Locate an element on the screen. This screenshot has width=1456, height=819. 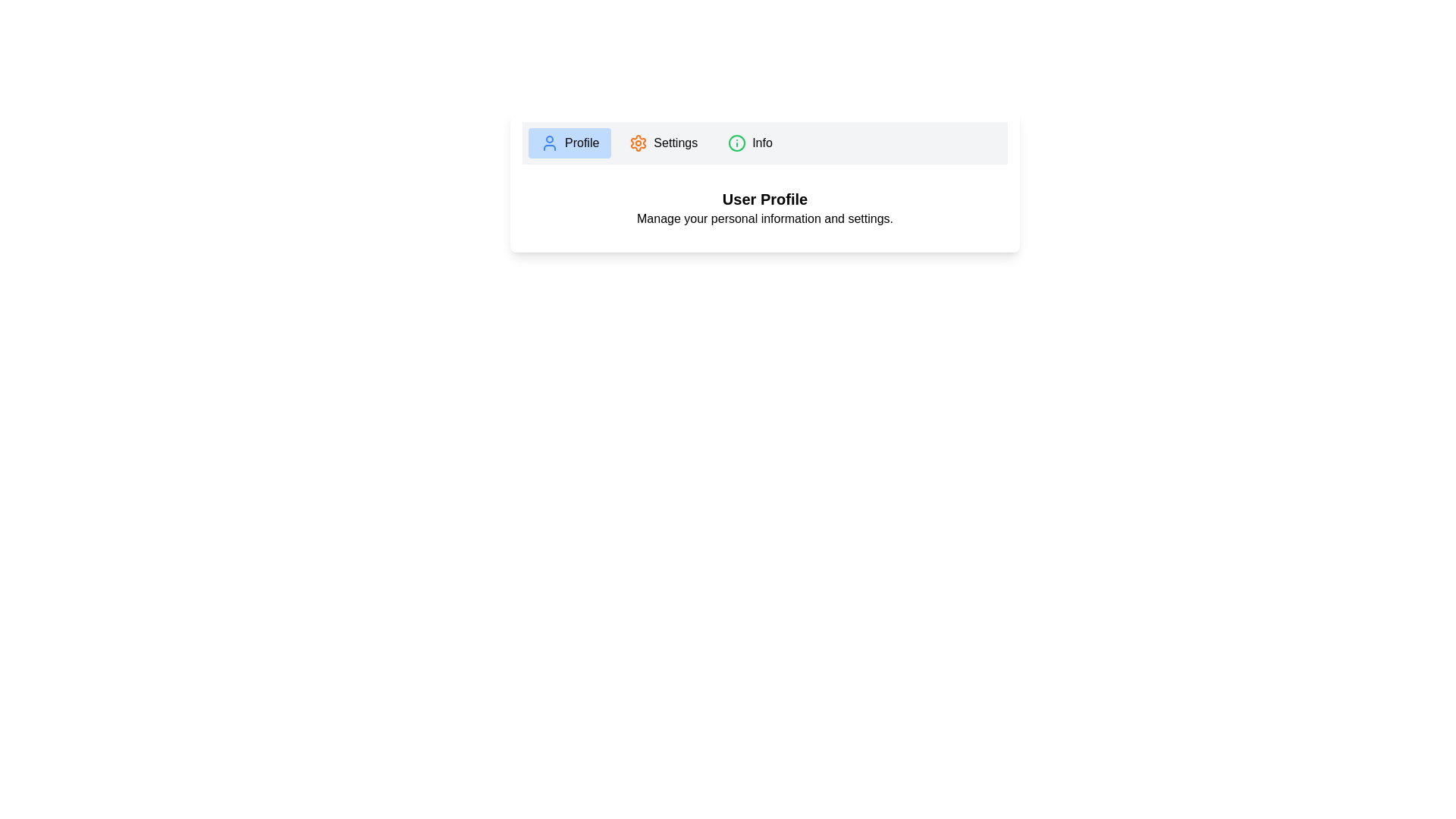
the tab labeled Profile to view its content is located at coordinates (569, 143).